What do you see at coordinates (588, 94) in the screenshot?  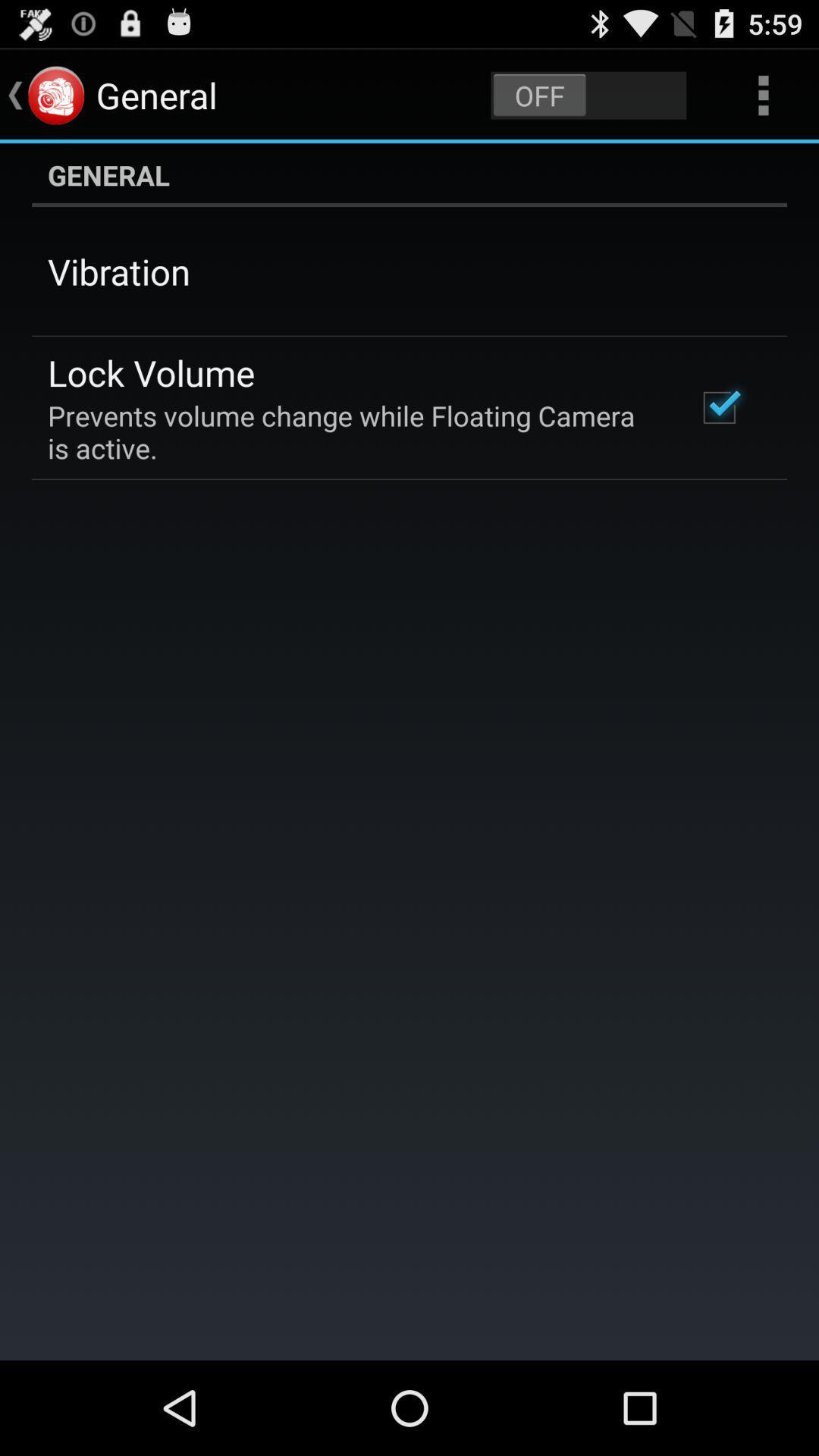 I see `turn off` at bounding box center [588, 94].